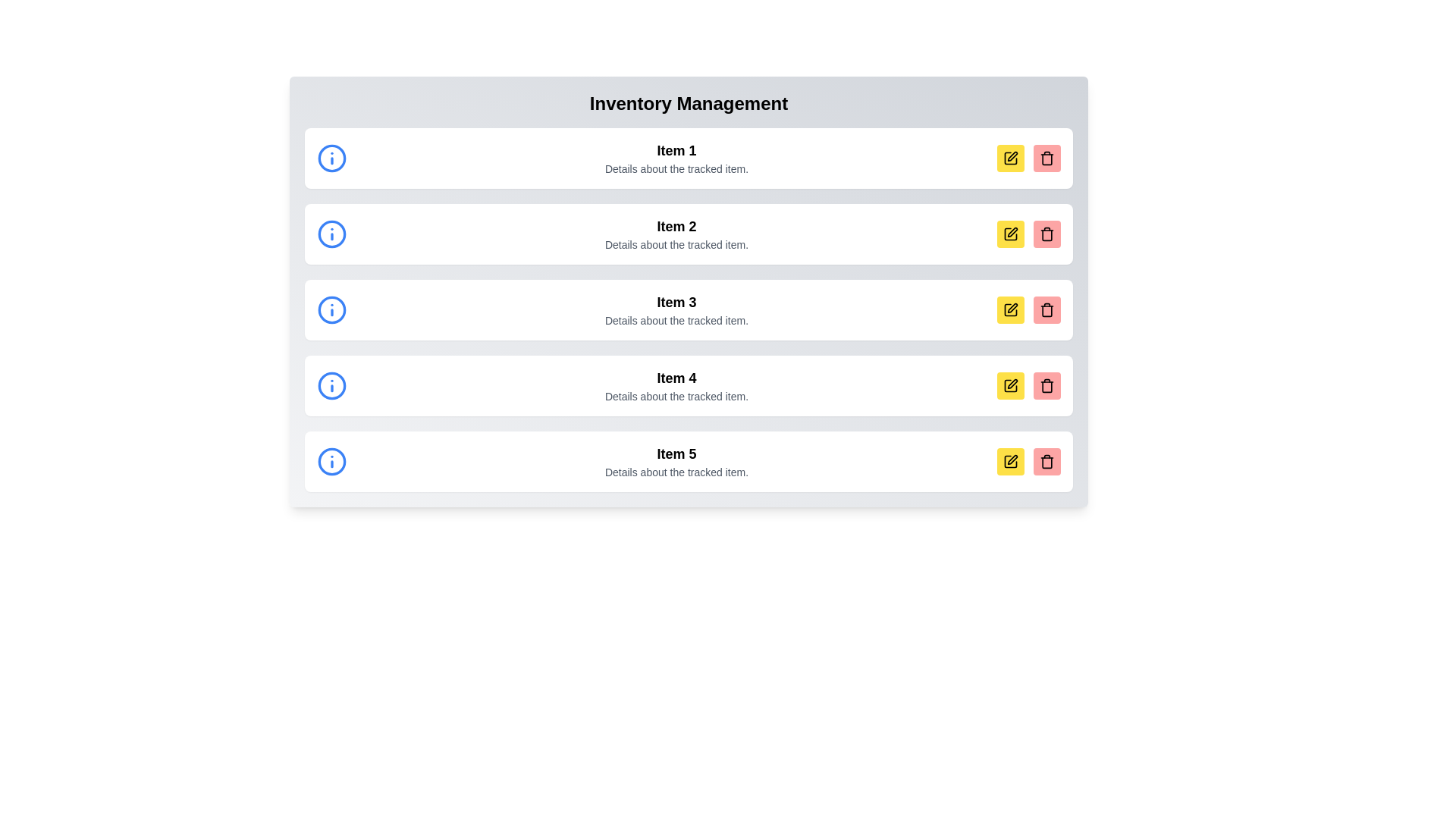 The image size is (1456, 819). What do you see at coordinates (1046, 461) in the screenshot?
I see `the delete button located at the rightmost end of the row associated with 'Item 5', which is the second button from the right following a yellow button with a pencil icon` at bounding box center [1046, 461].